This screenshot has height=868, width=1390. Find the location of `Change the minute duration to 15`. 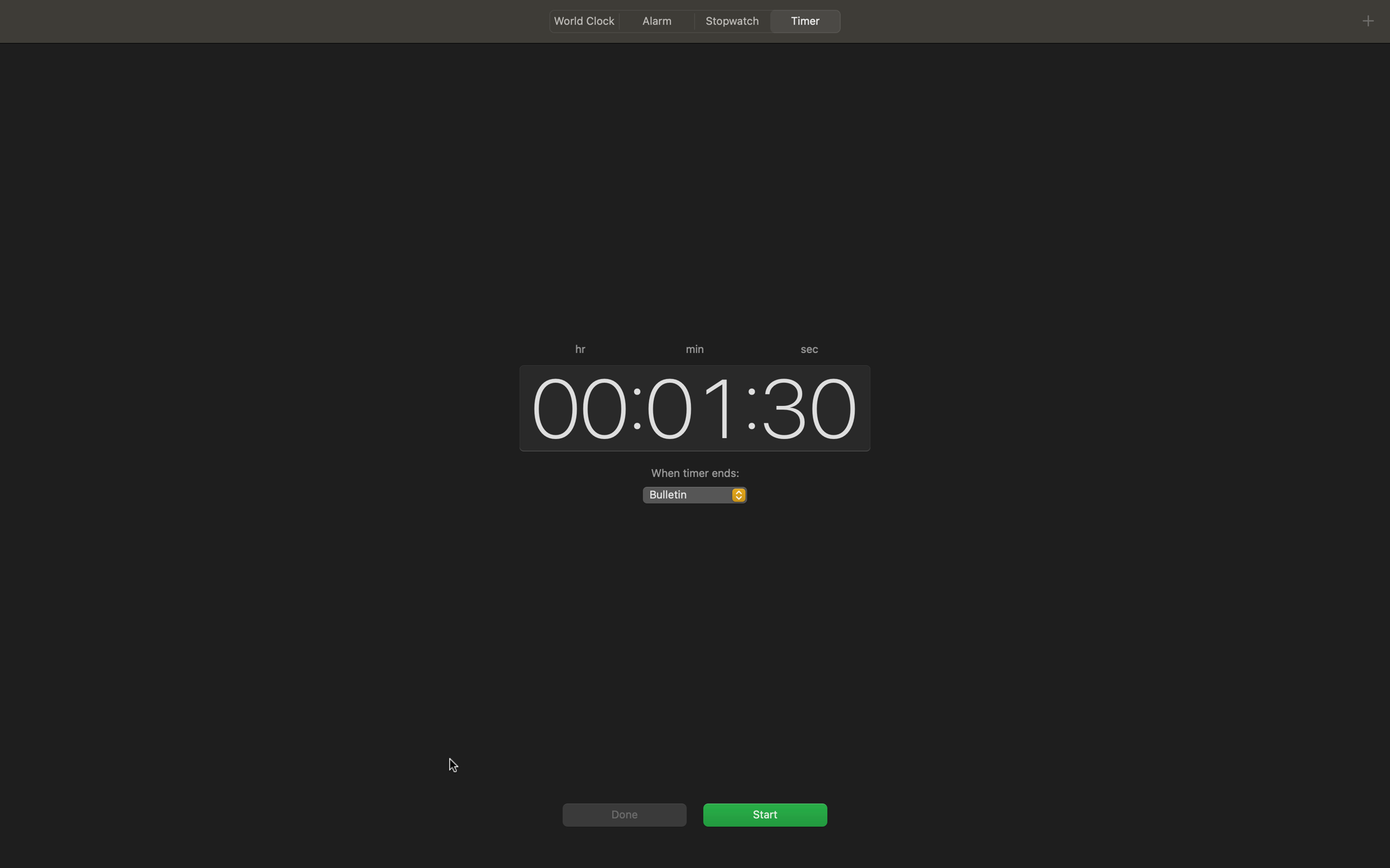

Change the minute duration to 15 is located at coordinates (690, 406).